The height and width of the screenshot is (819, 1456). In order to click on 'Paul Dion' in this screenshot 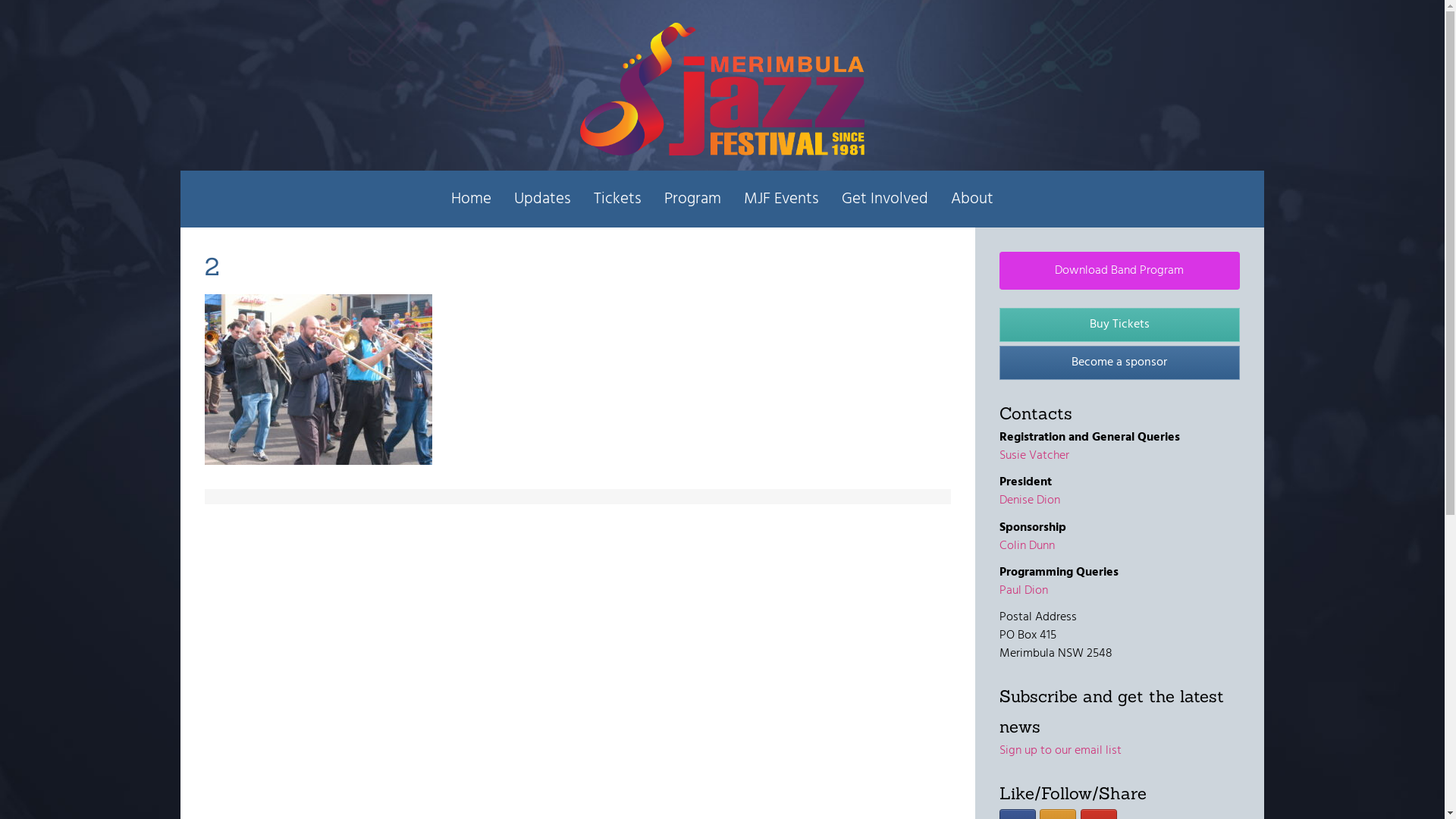, I will do `click(1023, 590)`.